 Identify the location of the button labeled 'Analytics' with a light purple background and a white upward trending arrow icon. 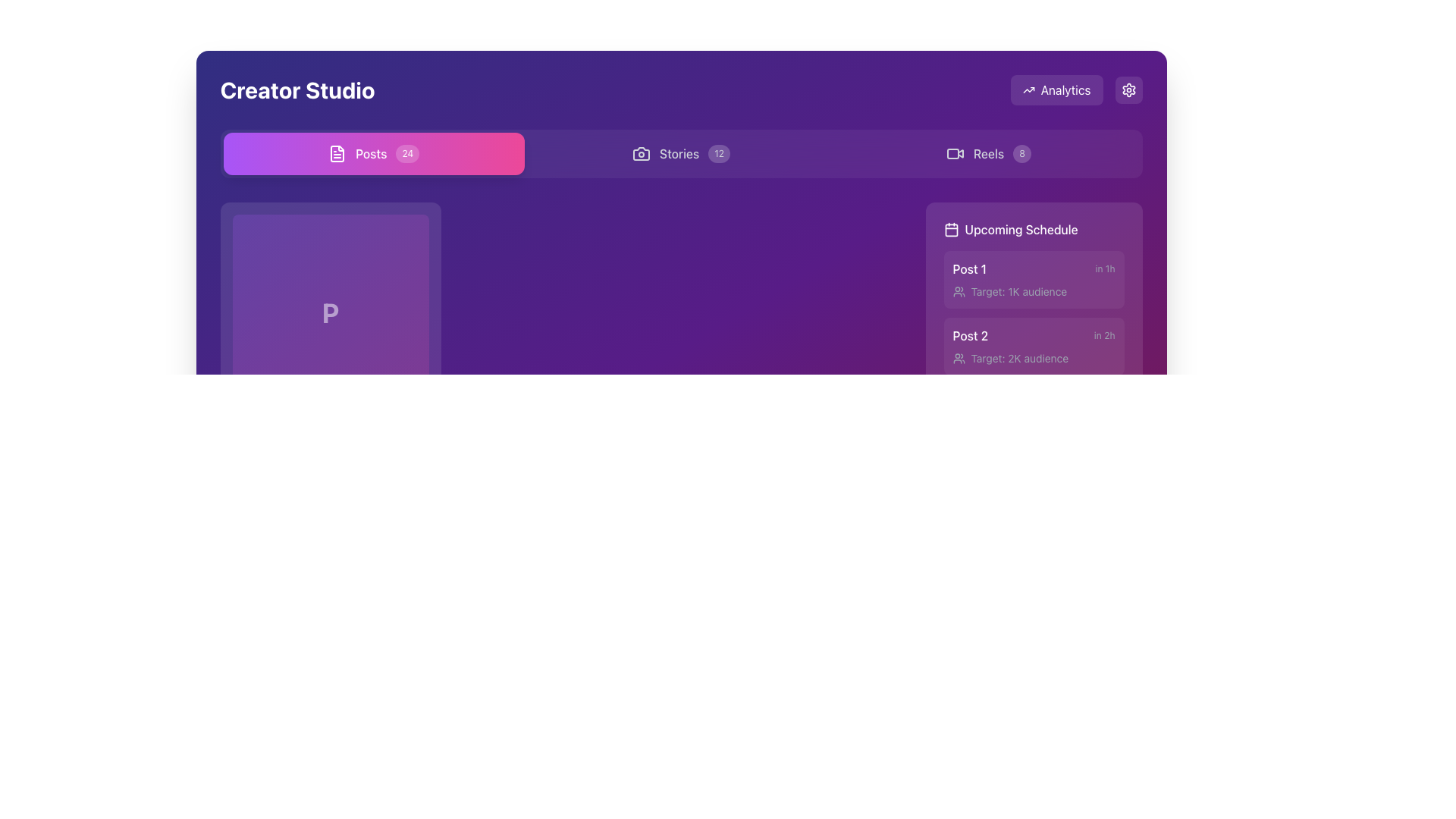
(1056, 90).